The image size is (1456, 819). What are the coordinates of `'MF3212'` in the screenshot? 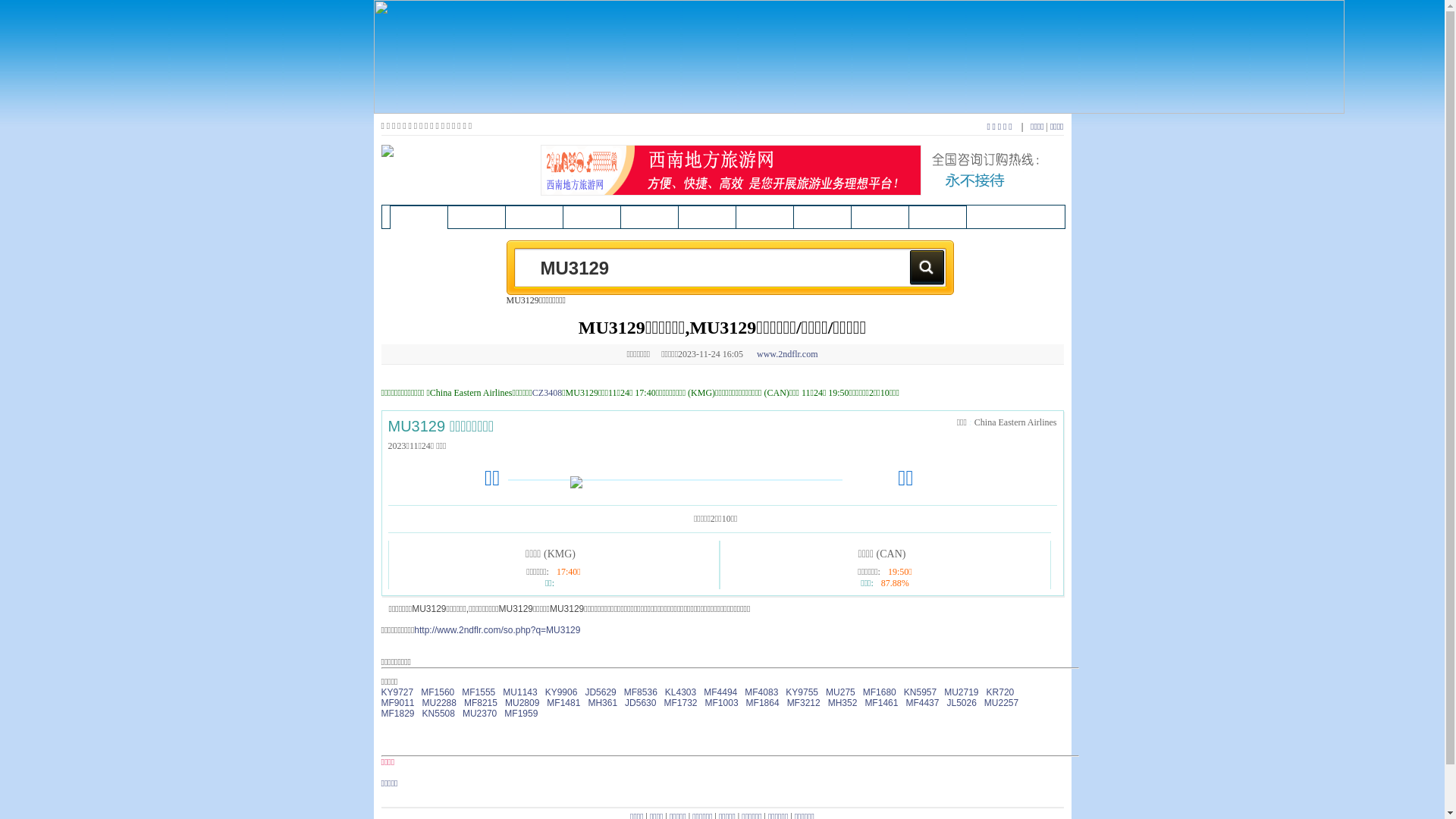 It's located at (803, 702).